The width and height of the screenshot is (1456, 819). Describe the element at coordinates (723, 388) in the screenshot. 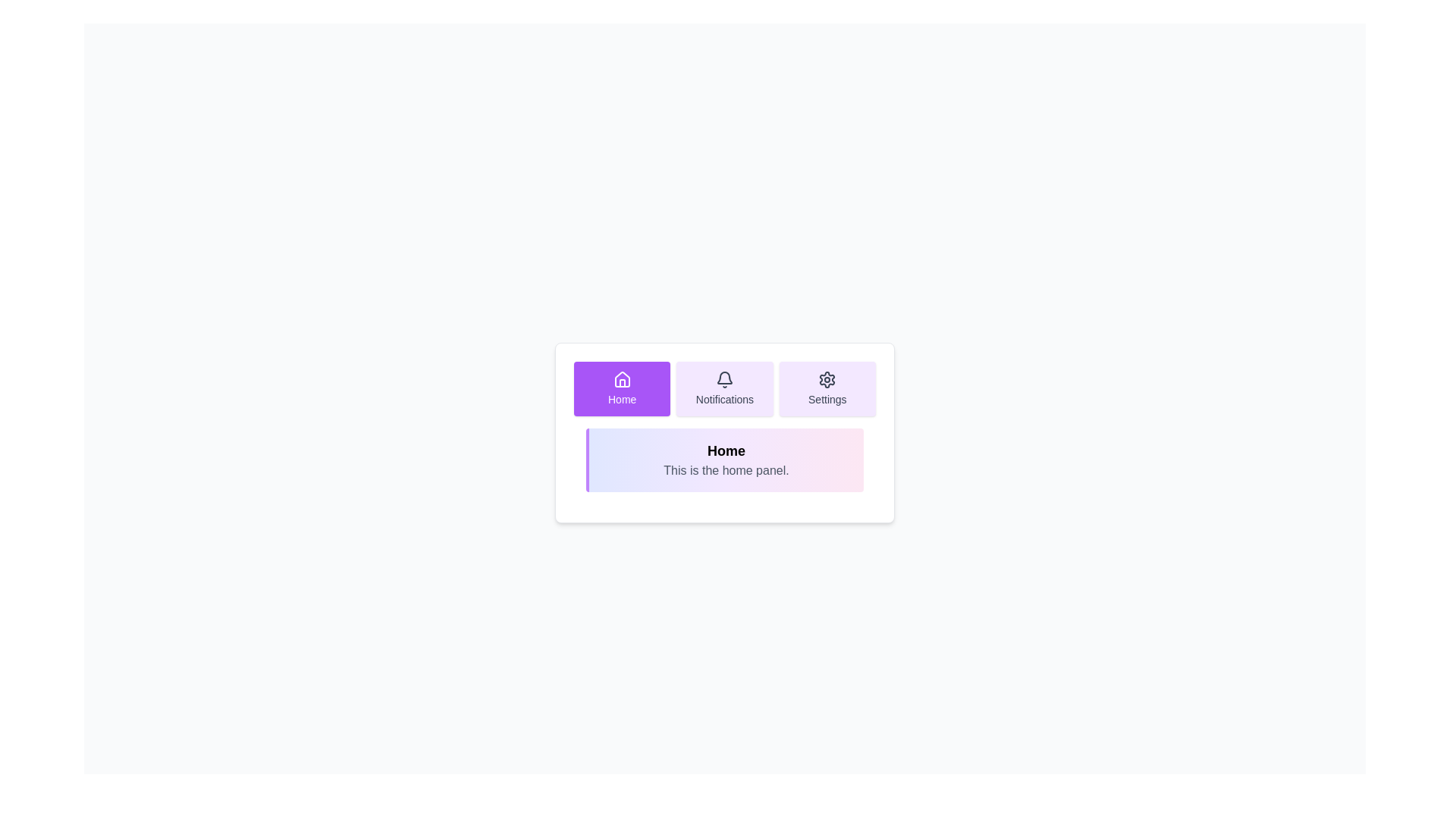

I see `the 'Notifications' button, which features a centered bell icon and a soft purple background, to observe styling changes` at that location.